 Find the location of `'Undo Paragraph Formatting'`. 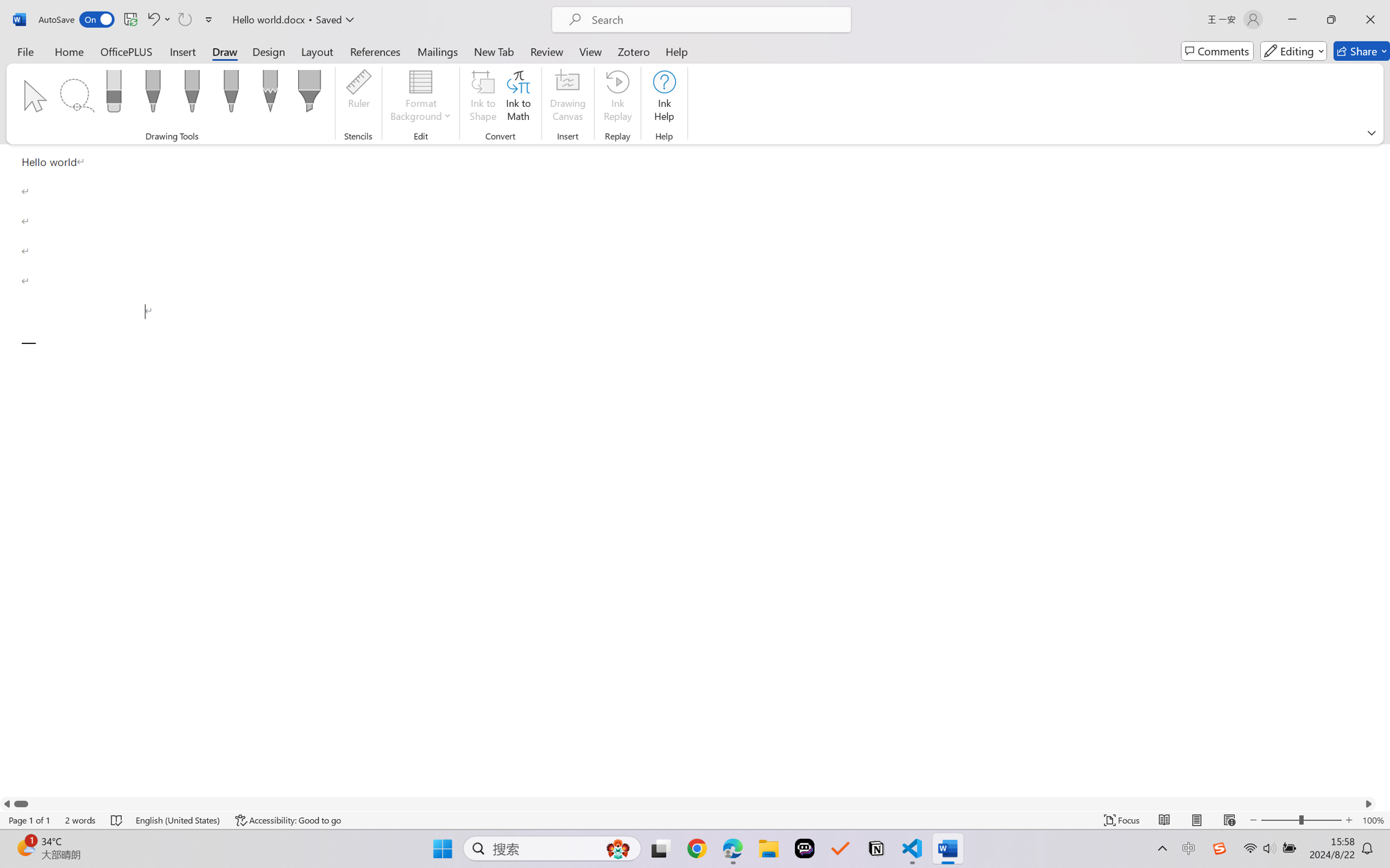

'Undo Paragraph Formatting' is located at coordinates (157, 19).